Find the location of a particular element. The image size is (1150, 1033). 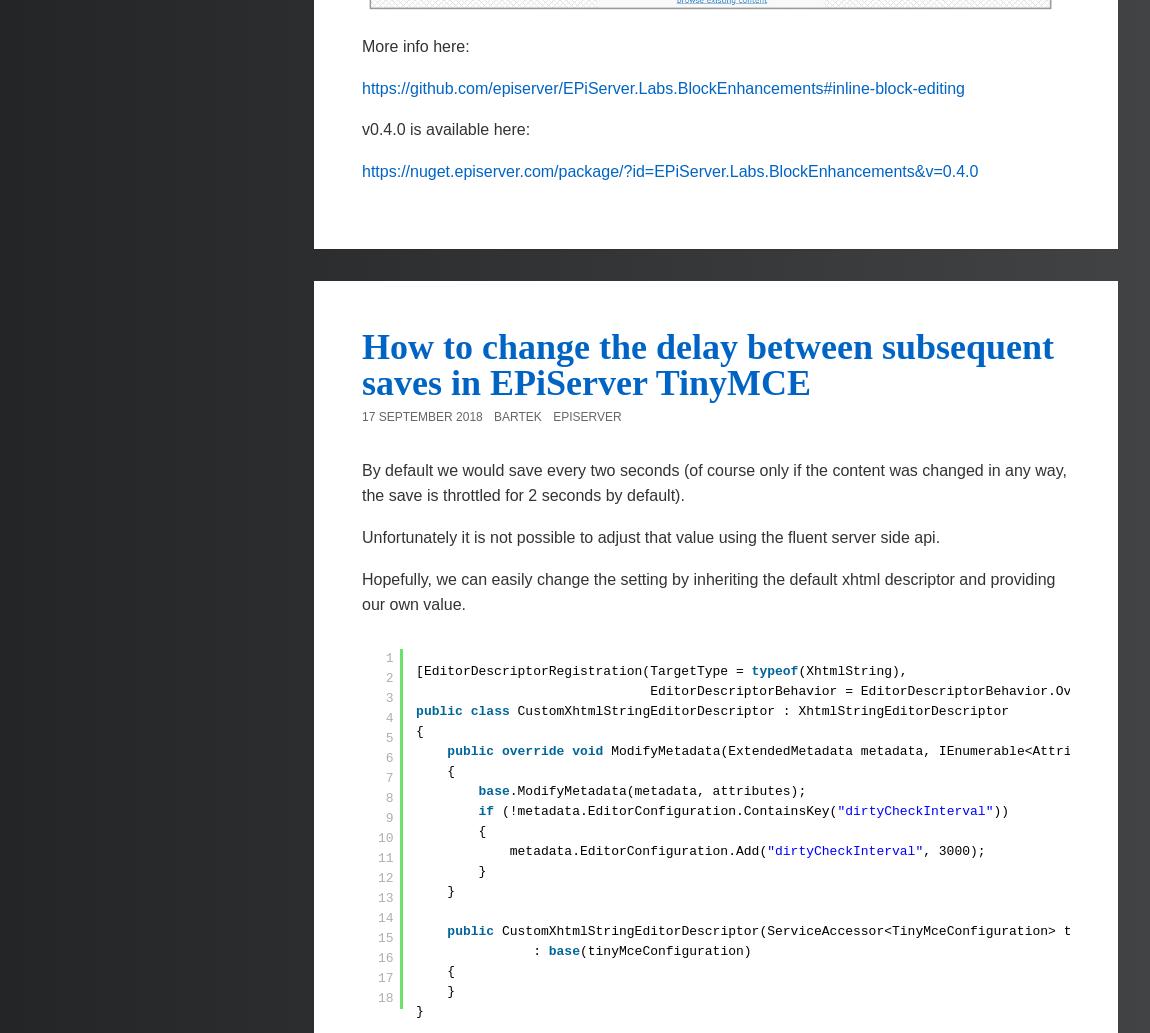

'17 September 2018' is located at coordinates (362, 415).